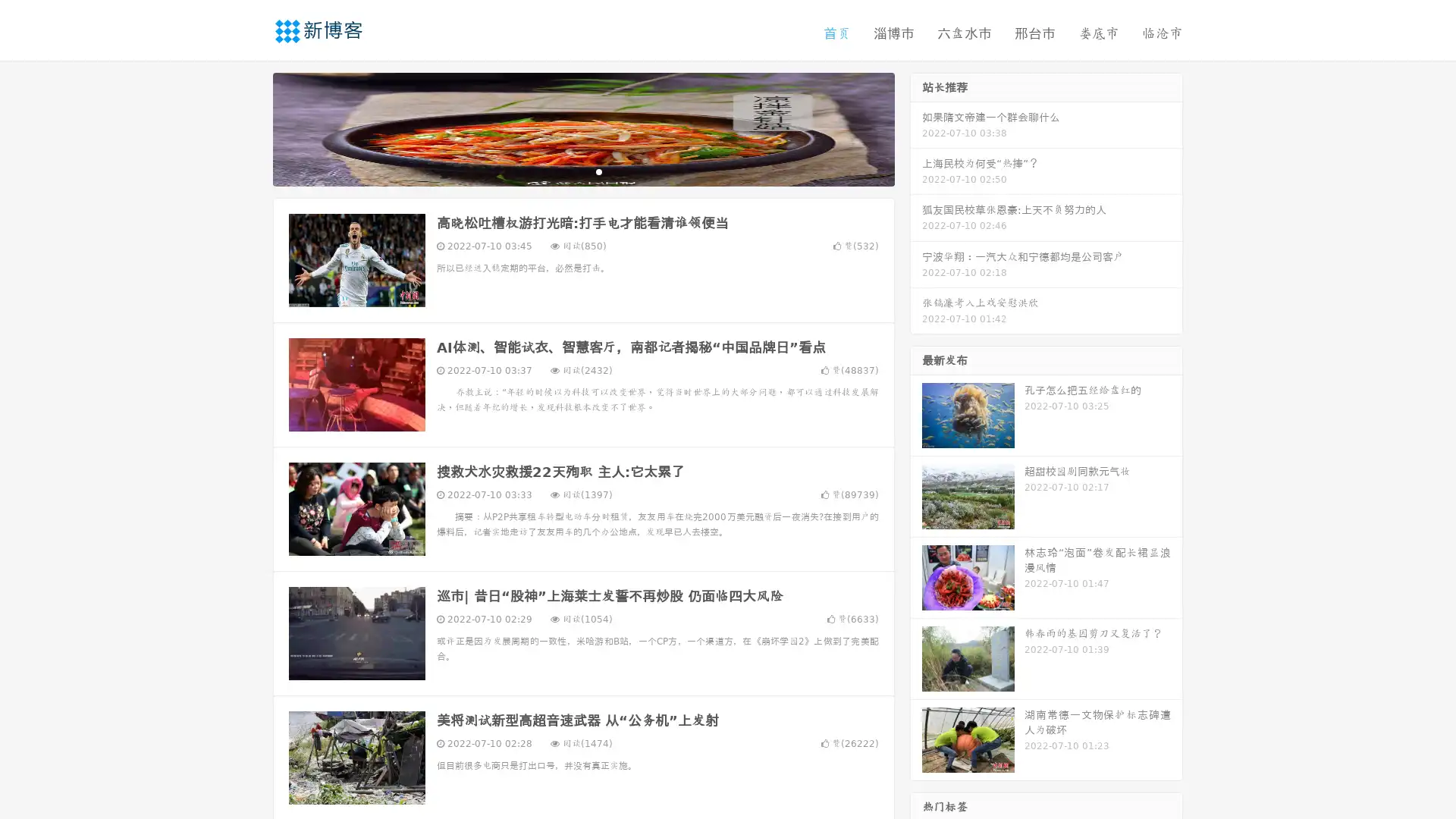 The width and height of the screenshot is (1456, 819). I want to click on Go to slide 1, so click(567, 171).